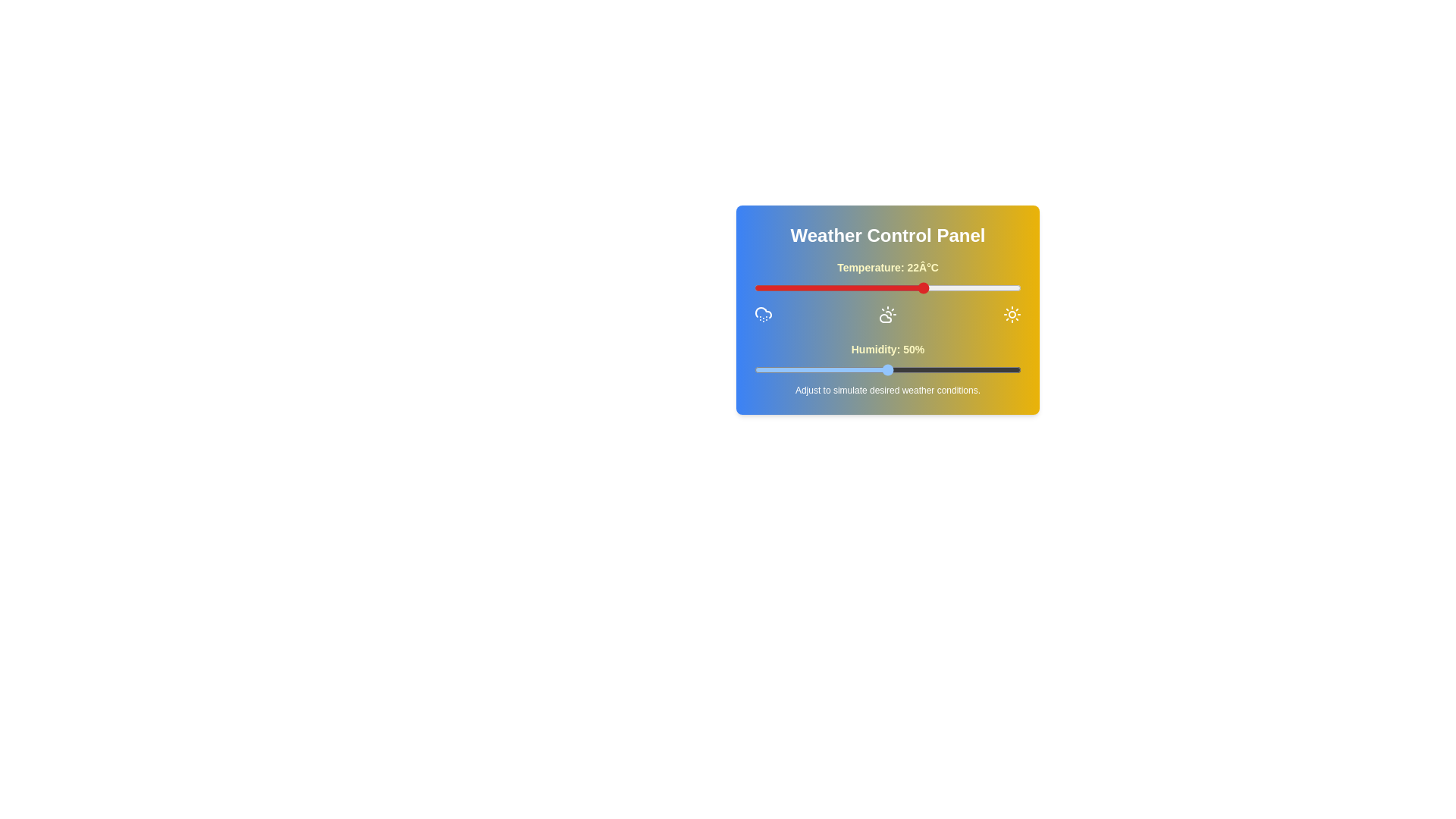 Image resolution: width=1456 pixels, height=819 pixels. What do you see at coordinates (937, 370) in the screenshot?
I see `the humidity` at bounding box center [937, 370].